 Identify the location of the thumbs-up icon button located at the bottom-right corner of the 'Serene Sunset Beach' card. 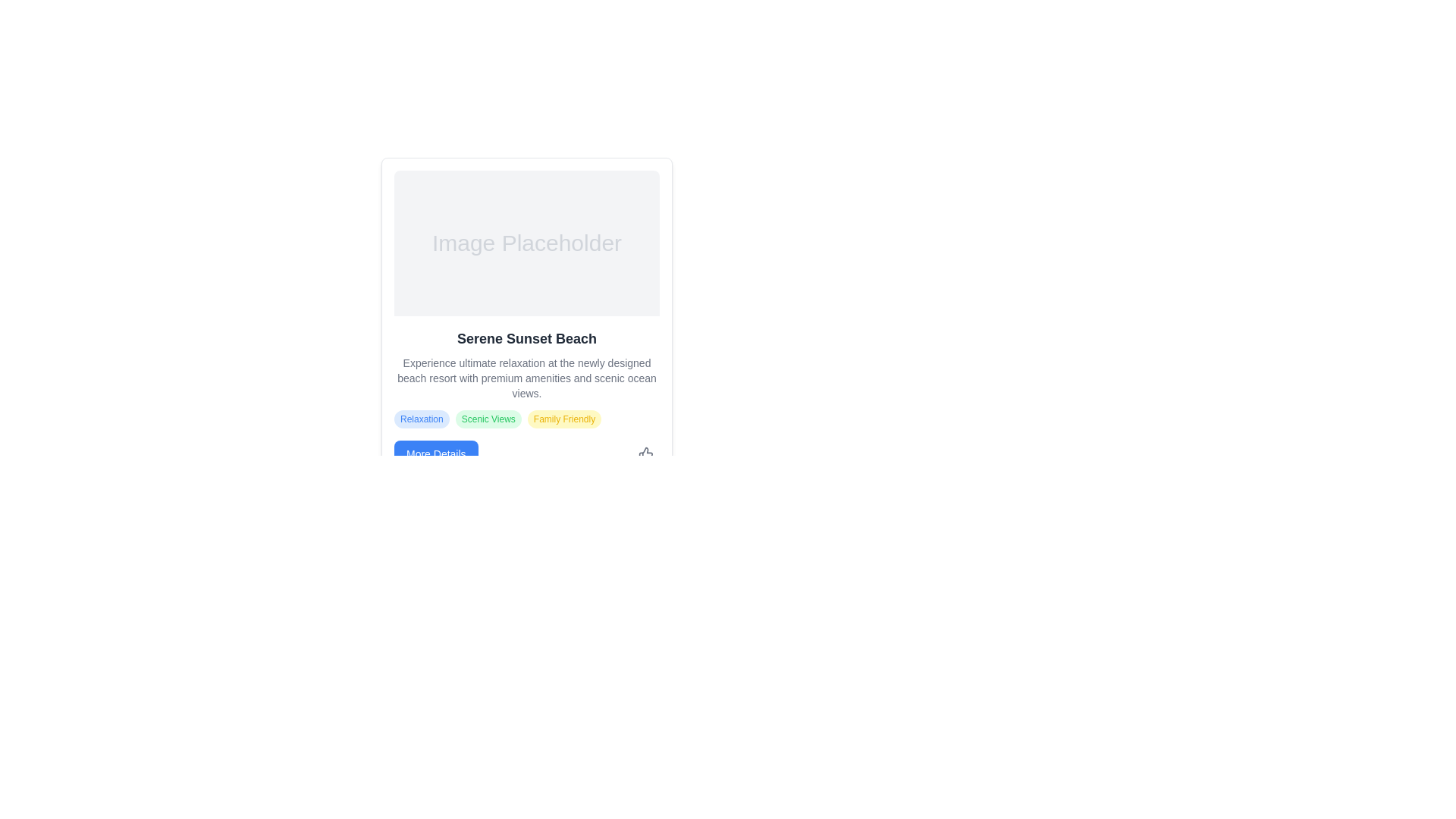
(645, 453).